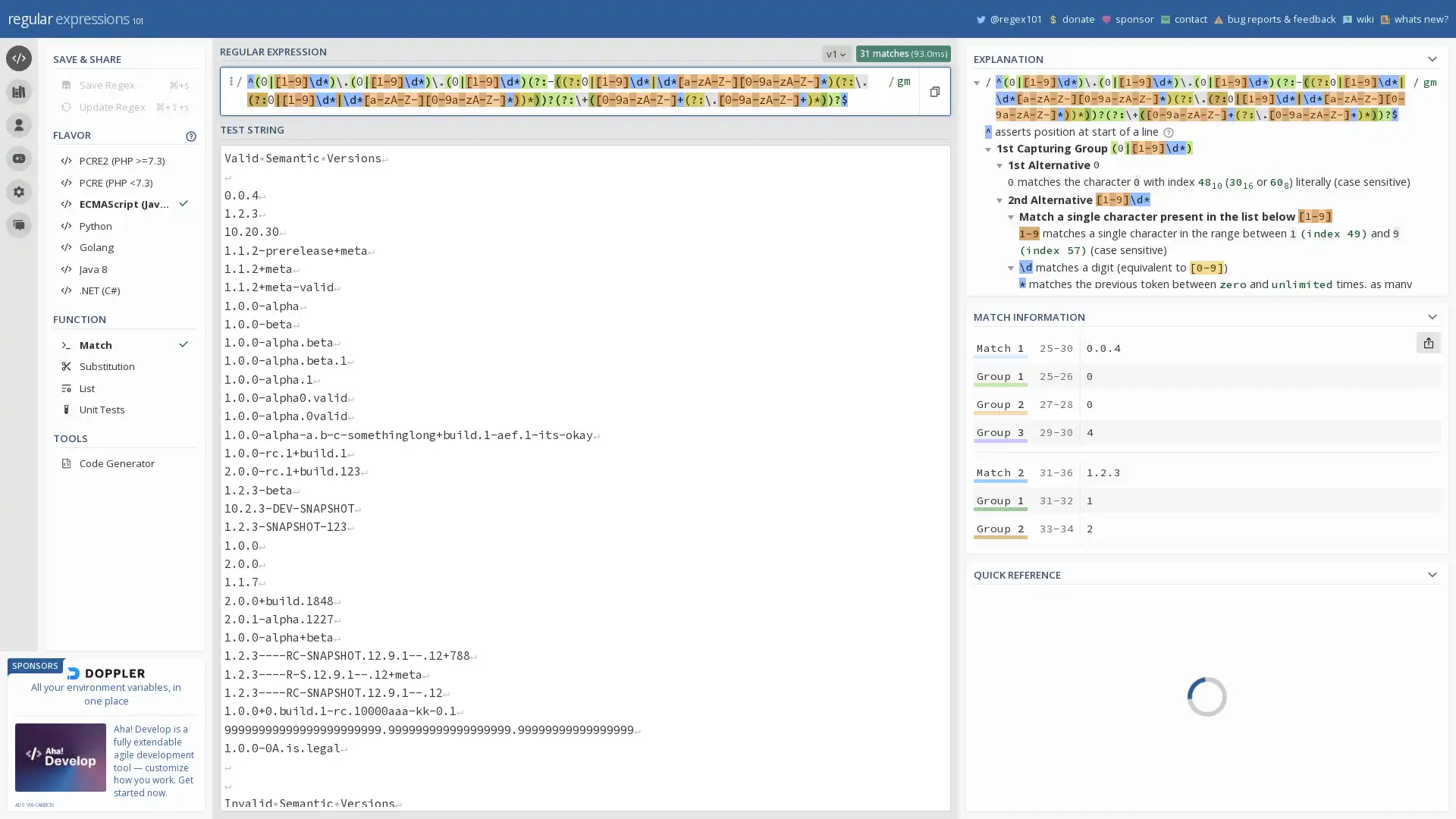 The height and width of the screenshot is (819, 1456). What do you see at coordinates (1000, 375) in the screenshot?
I see `Group 1` at bounding box center [1000, 375].